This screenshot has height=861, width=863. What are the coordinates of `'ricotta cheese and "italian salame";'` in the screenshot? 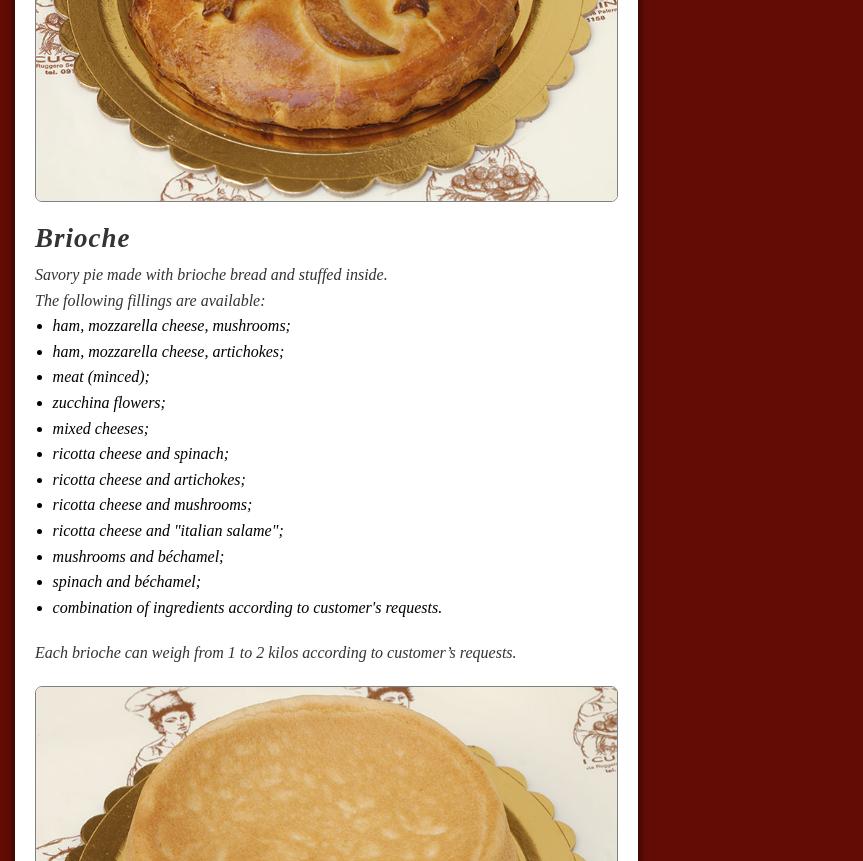 It's located at (166, 530).